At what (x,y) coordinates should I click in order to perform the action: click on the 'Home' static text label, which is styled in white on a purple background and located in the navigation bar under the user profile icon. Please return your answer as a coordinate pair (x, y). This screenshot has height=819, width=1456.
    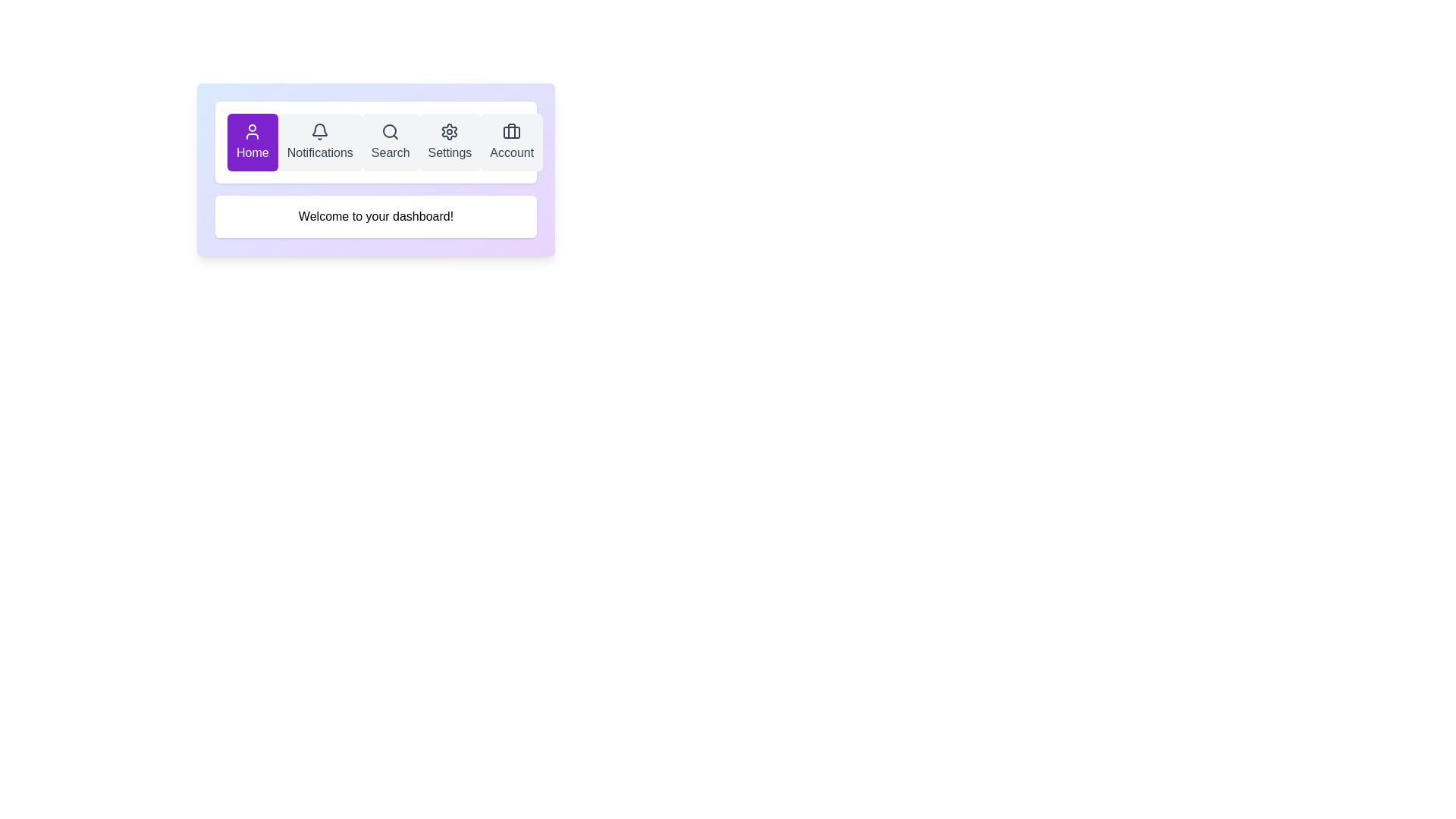
    Looking at the image, I should click on (253, 152).